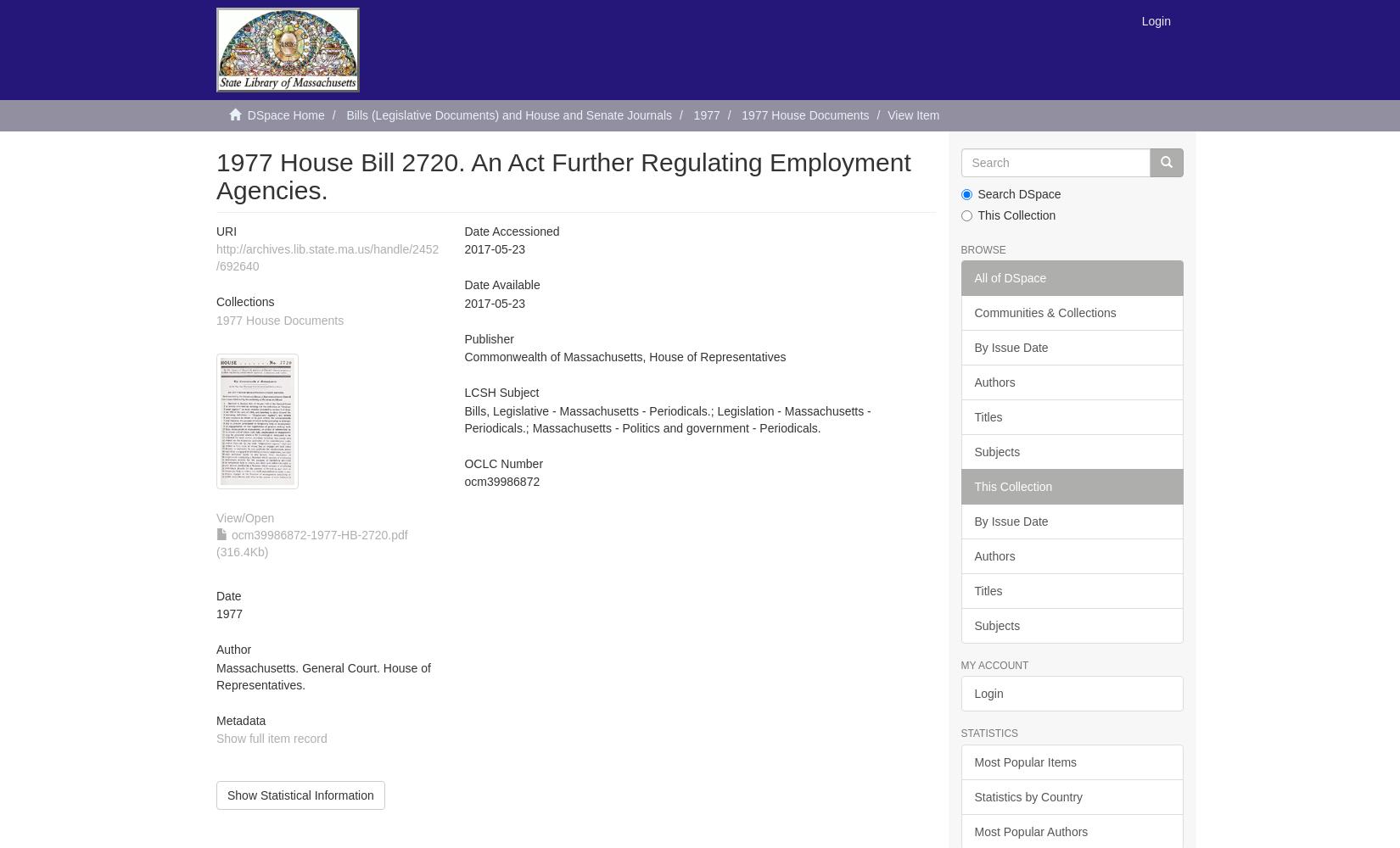  I want to click on 'Most Popular Items', so click(1025, 762).